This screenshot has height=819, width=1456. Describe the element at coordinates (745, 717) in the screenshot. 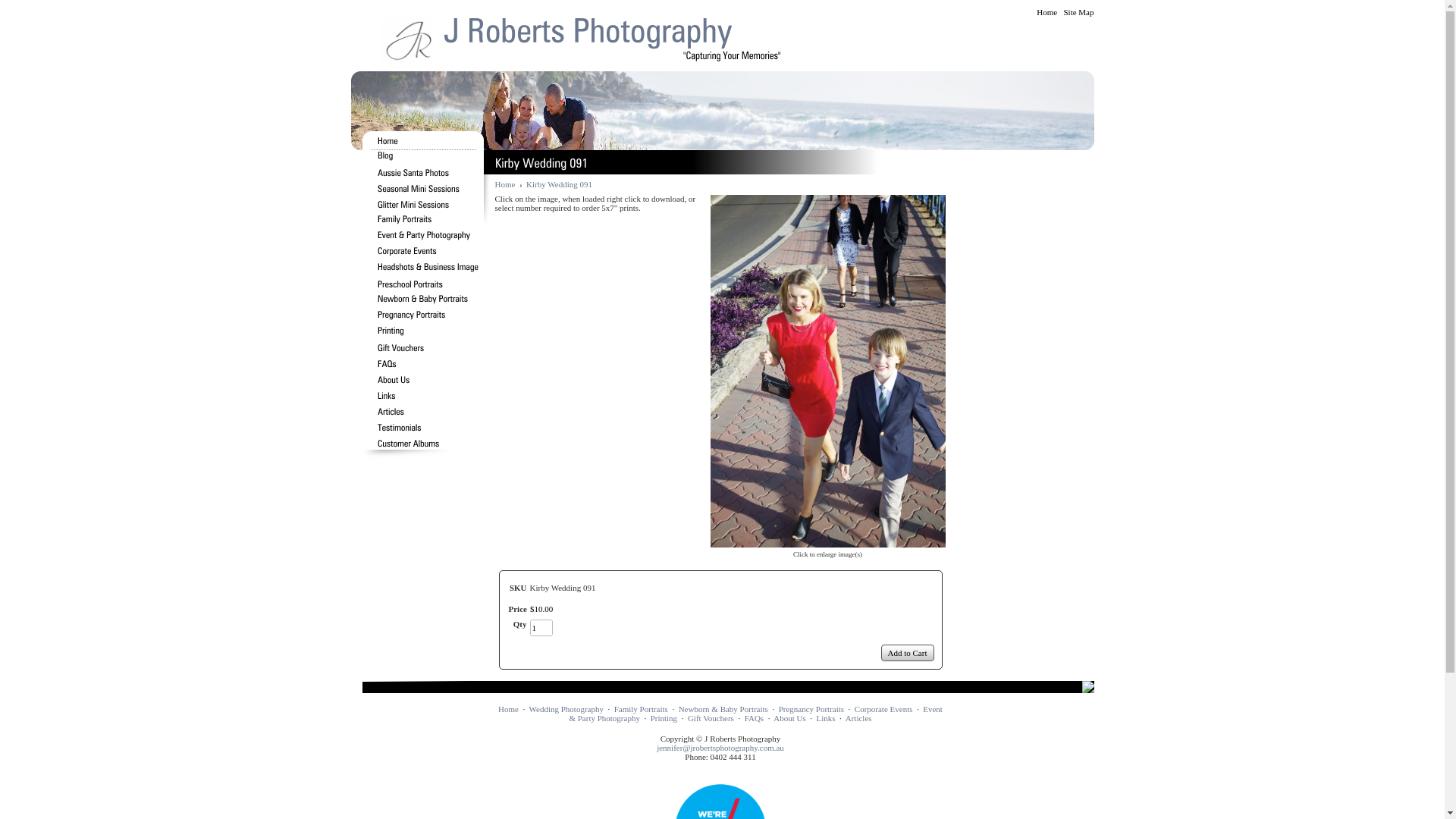

I see `'FAQs'` at that location.